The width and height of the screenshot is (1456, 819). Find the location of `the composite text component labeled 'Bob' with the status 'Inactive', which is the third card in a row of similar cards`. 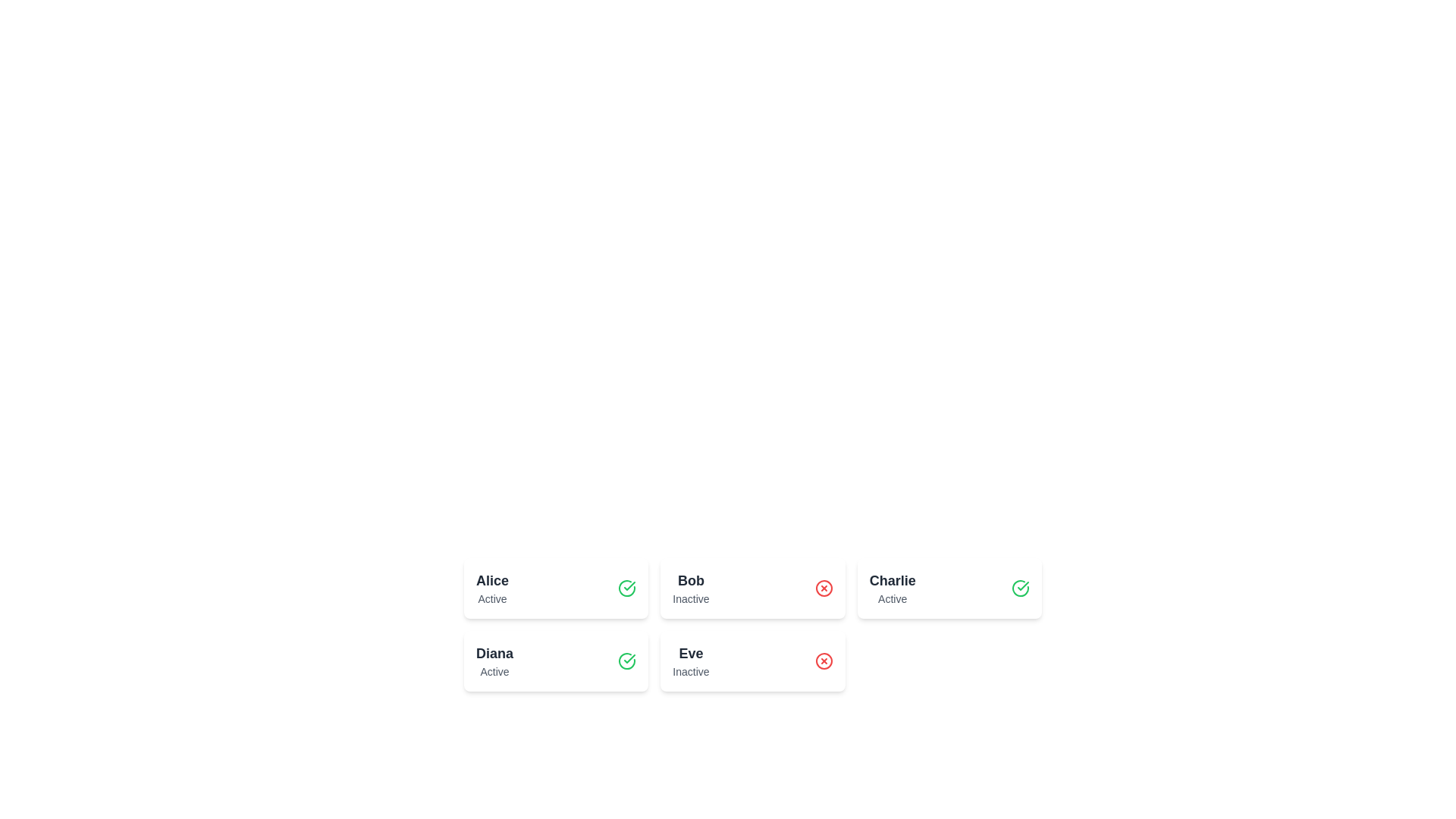

the composite text component labeled 'Bob' with the status 'Inactive', which is the third card in a row of similar cards is located at coordinates (690, 587).